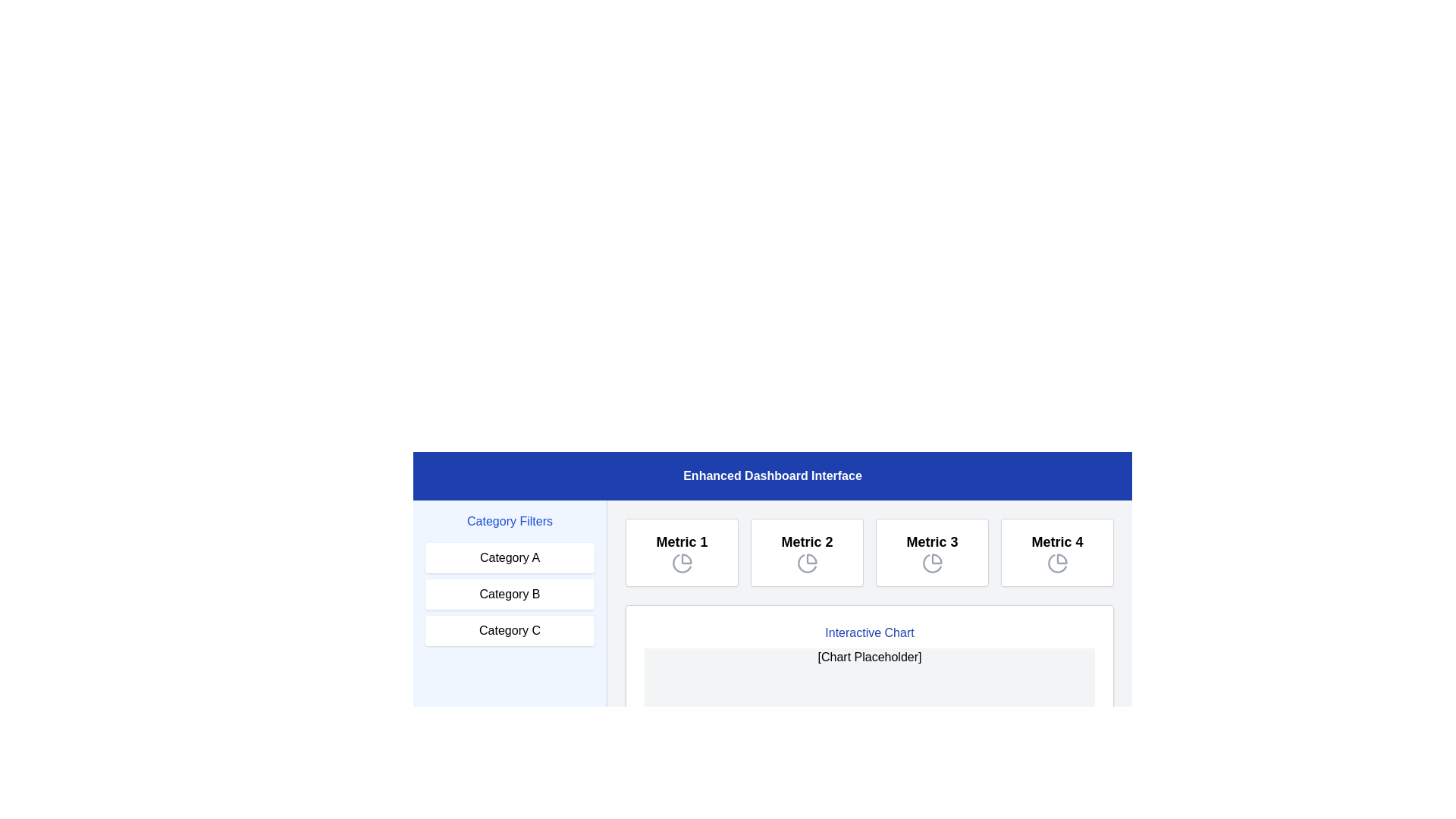  What do you see at coordinates (806, 553) in the screenshot?
I see `the Text area featuring the bold 'Metric 2' text and pie chart icon, which is the second metric element in a row of four` at bounding box center [806, 553].